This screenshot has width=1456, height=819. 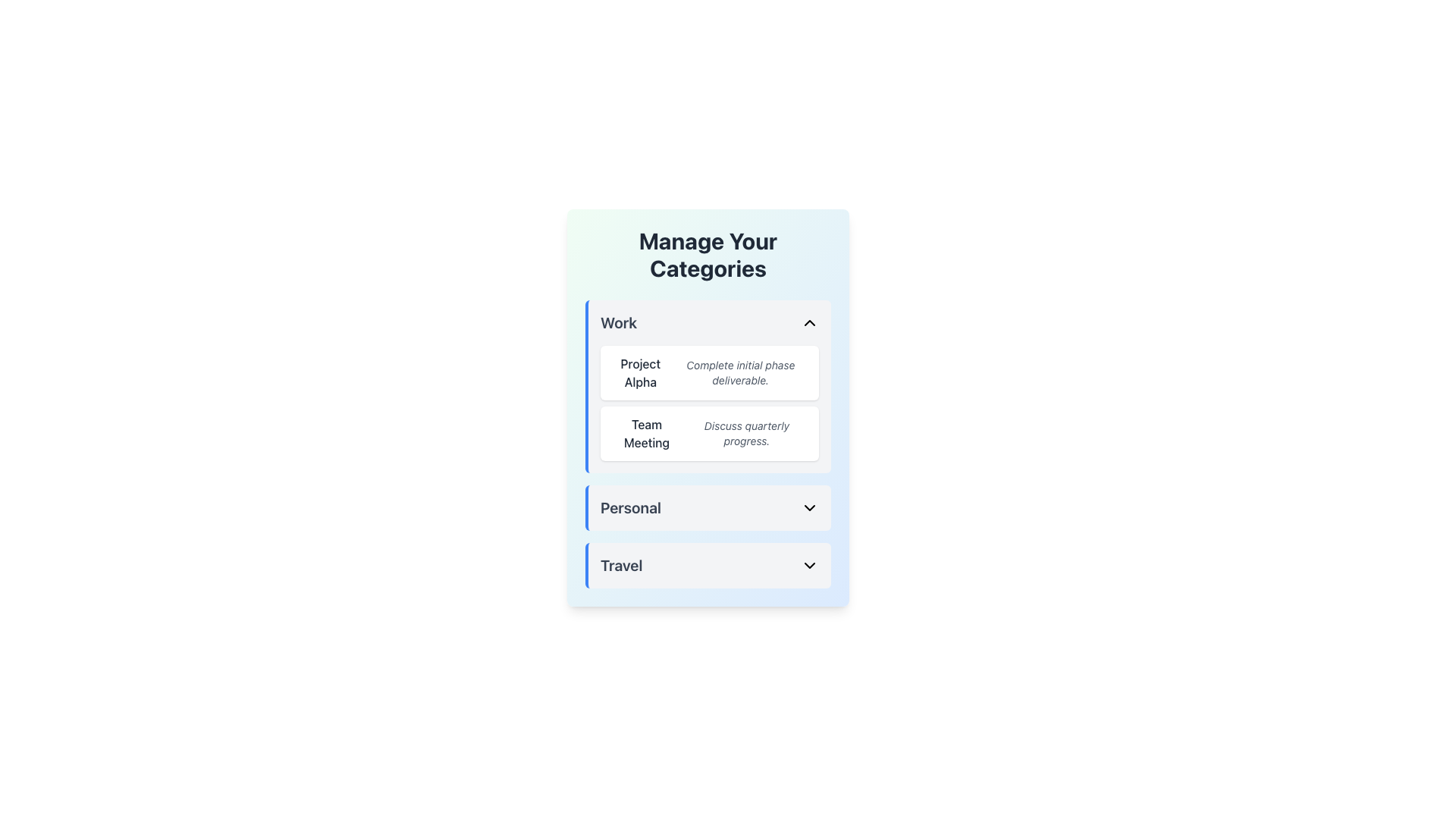 What do you see at coordinates (809, 508) in the screenshot?
I see `the downward-pointing chevron icon next to the 'Personal' label` at bounding box center [809, 508].